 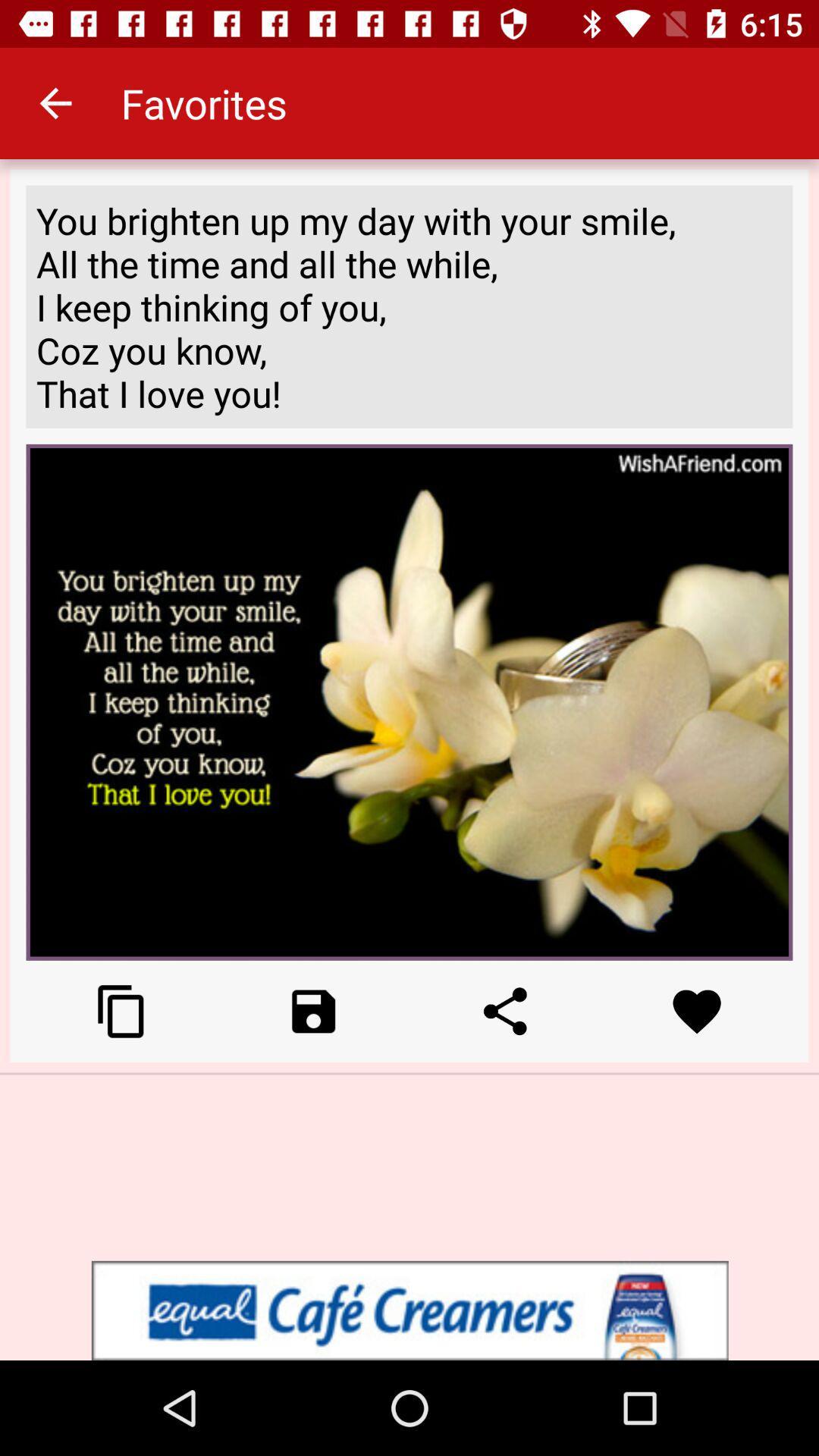 What do you see at coordinates (409, 1310) in the screenshot?
I see `details about advertisement` at bounding box center [409, 1310].